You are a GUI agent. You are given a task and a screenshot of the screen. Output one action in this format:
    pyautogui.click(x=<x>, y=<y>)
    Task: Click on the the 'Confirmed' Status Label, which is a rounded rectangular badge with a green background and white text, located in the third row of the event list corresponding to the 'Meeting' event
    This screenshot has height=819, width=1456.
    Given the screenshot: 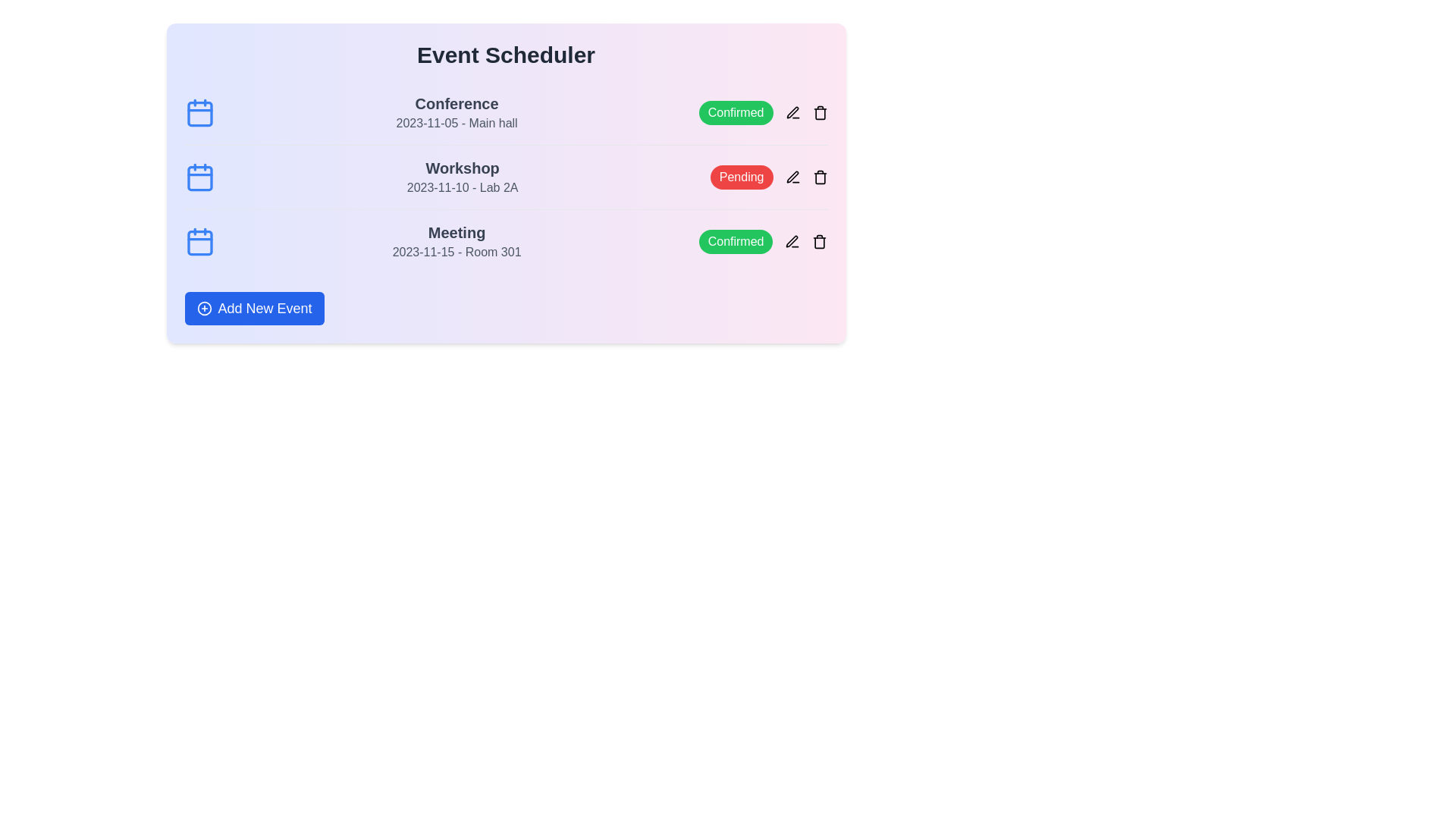 What is the action you would take?
    pyautogui.click(x=736, y=241)
    